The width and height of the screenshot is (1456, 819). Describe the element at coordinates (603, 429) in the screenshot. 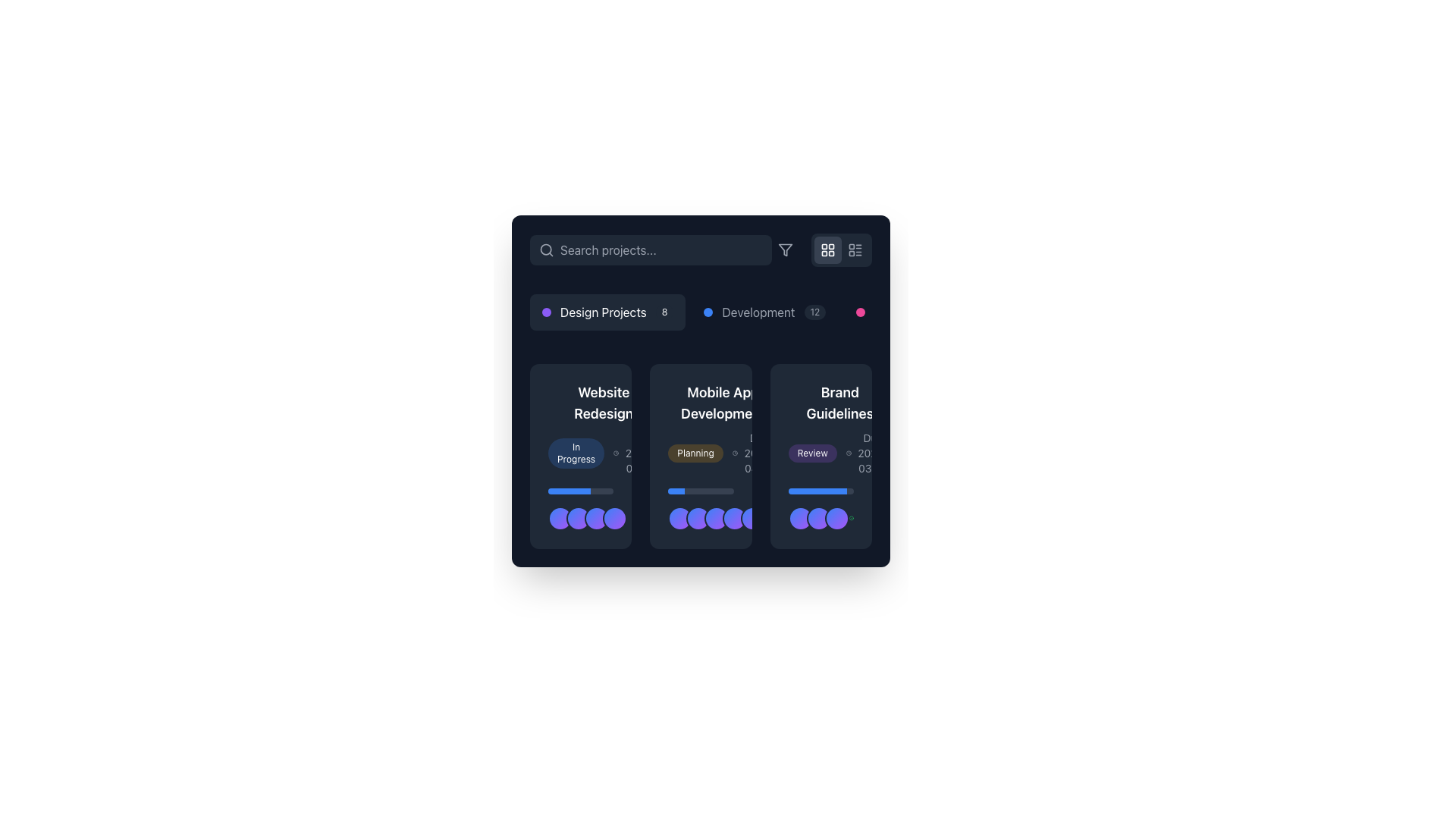

I see `the project card located in the top left section of the grid, which provides information about the project title, current status, and due date` at that location.